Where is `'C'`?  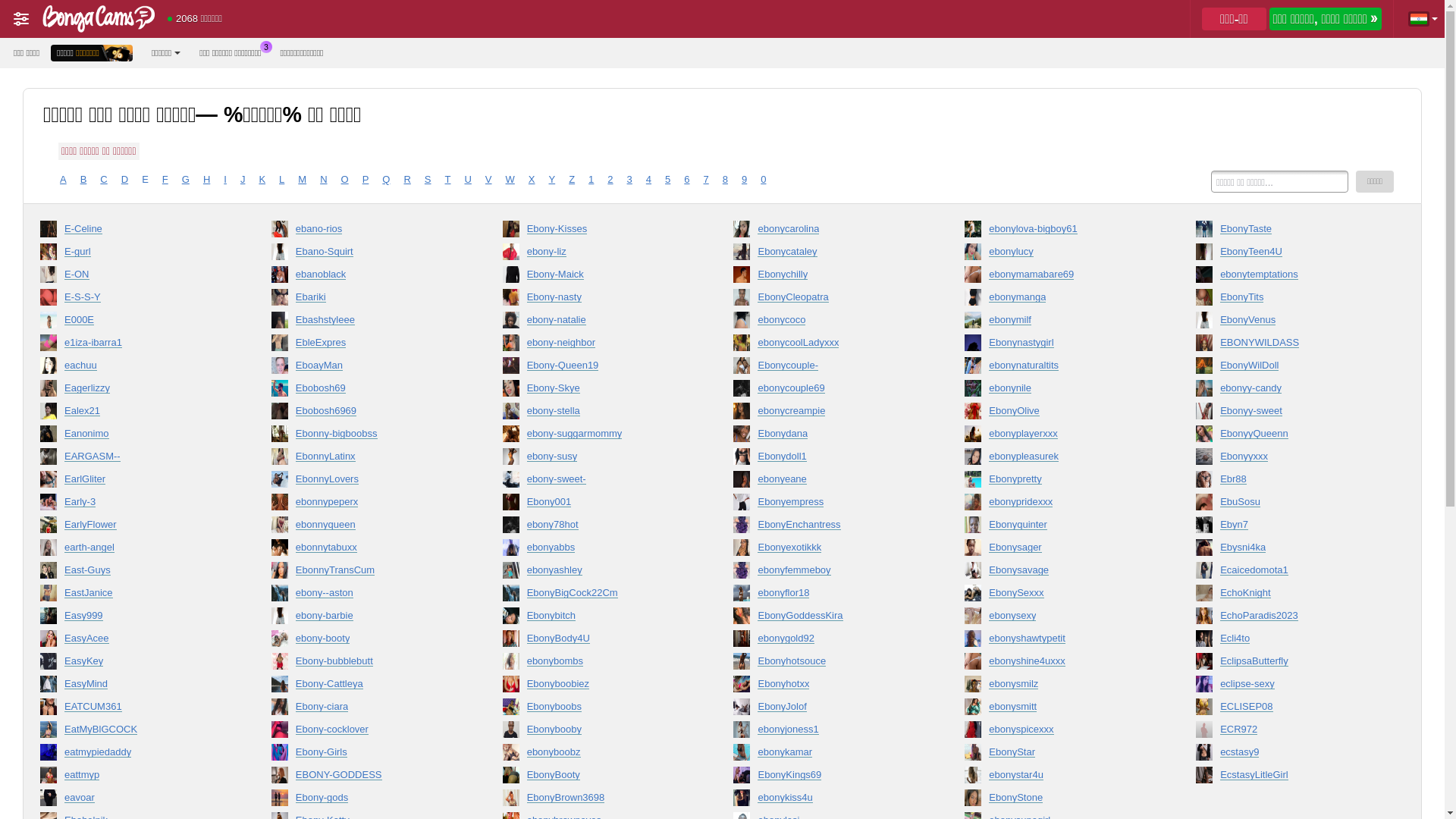
'C' is located at coordinates (99, 178).